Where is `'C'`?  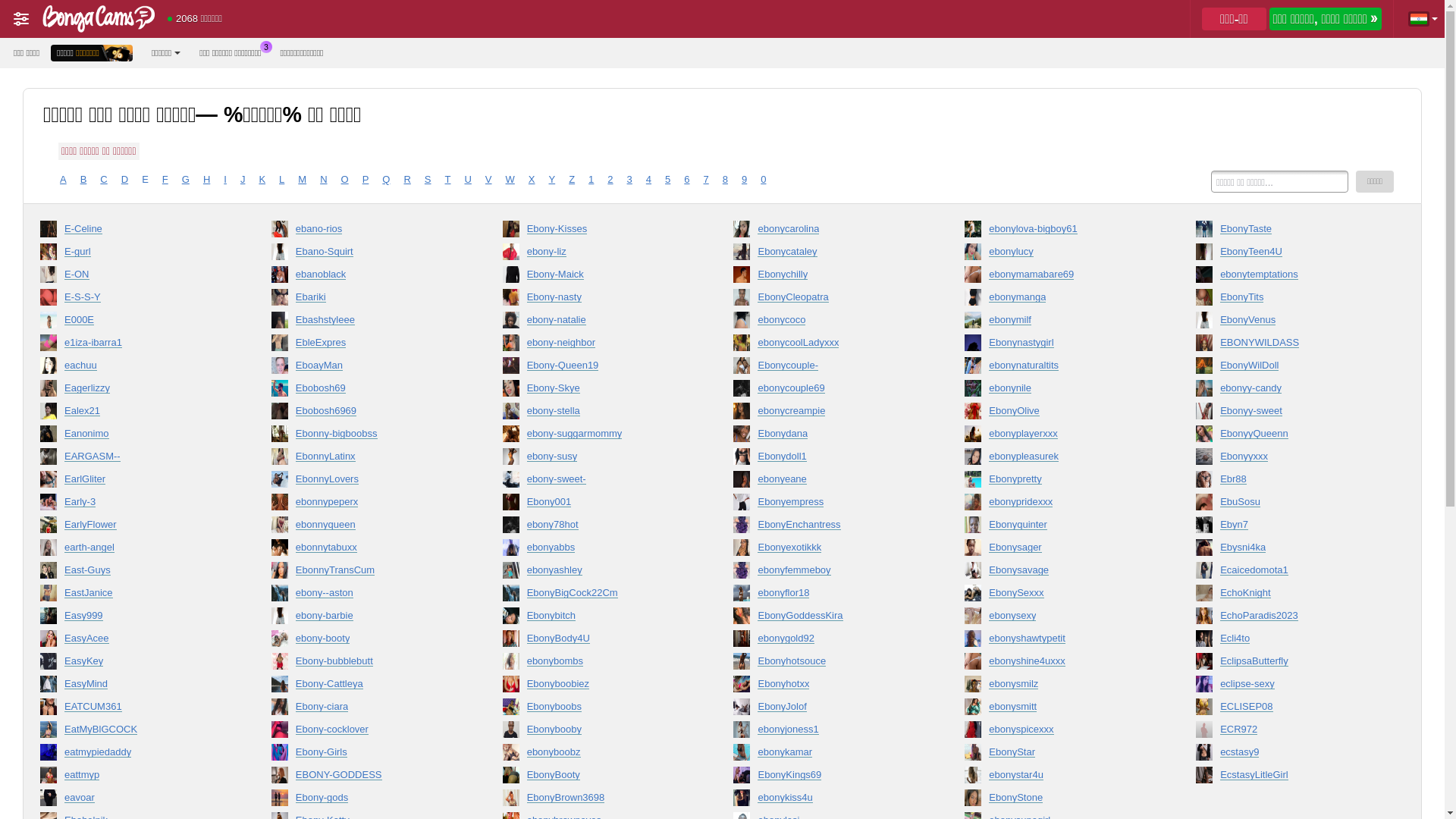
'C' is located at coordinates (99, 178).